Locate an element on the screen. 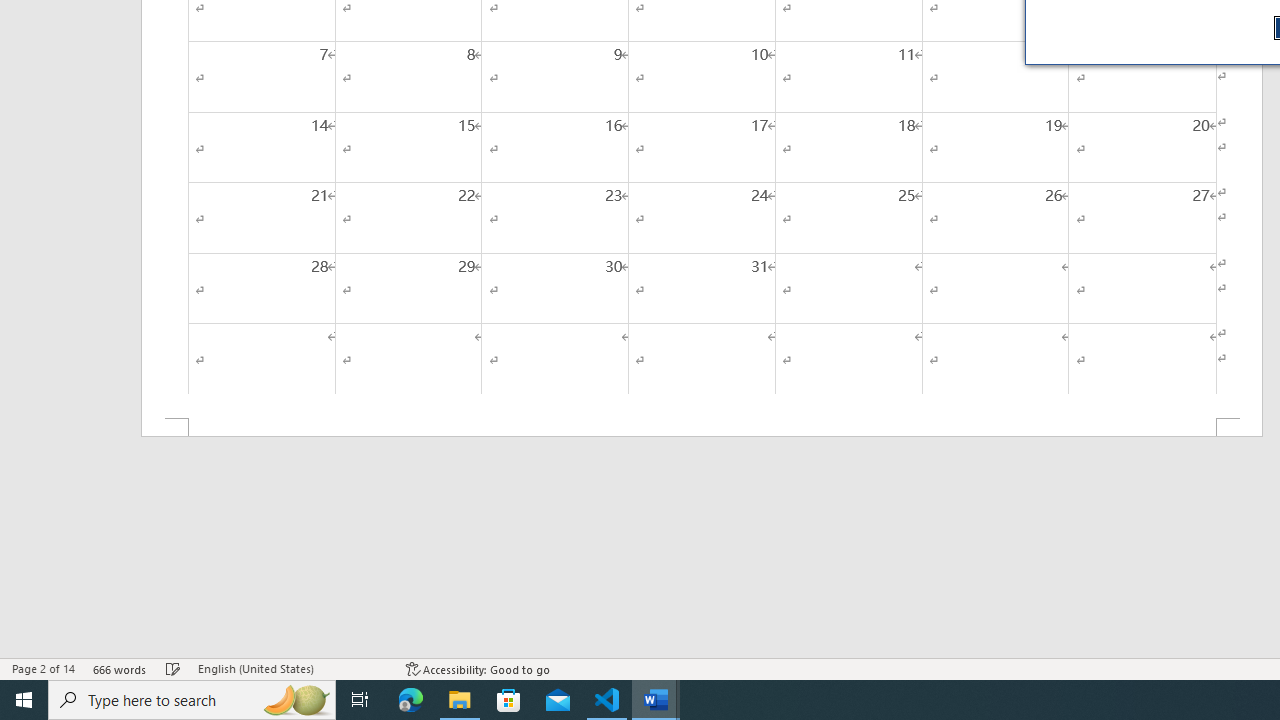 This screenshot has width=1280, height=720. 'Page Number Page 2 of 14' is located at coordinates (43, 669).